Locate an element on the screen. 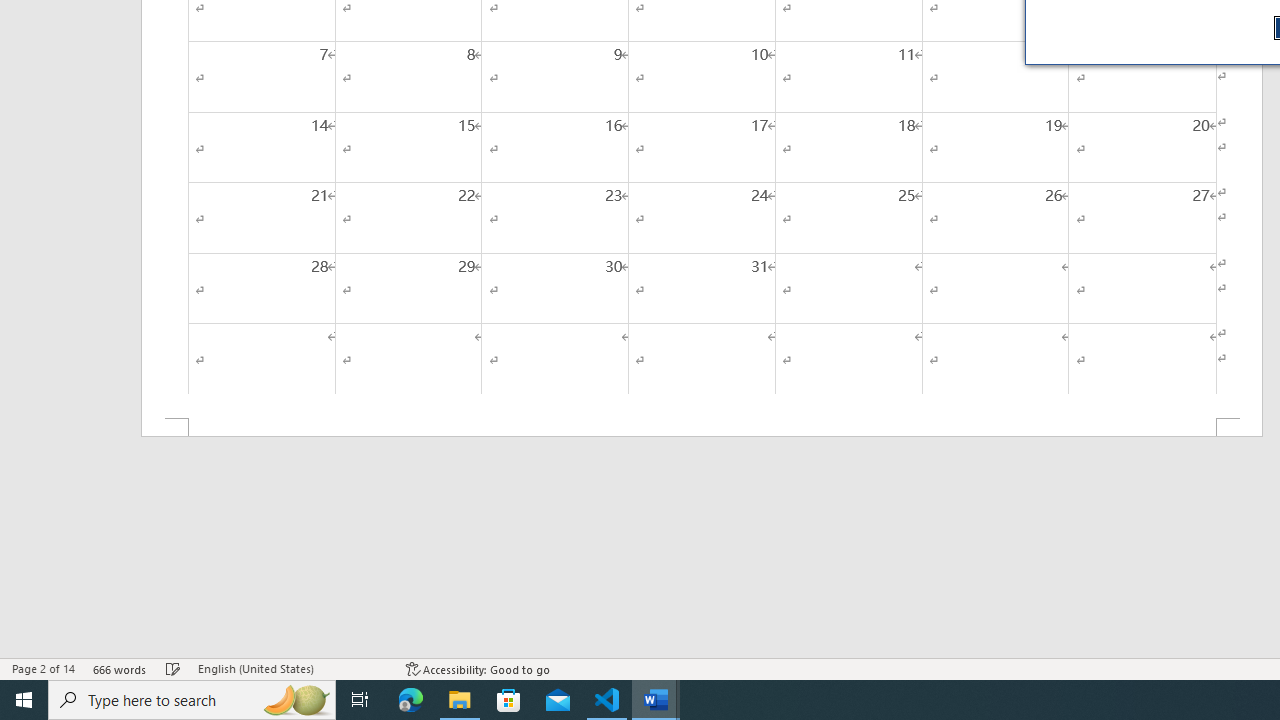 This screenshot has width=1280, height=720. 'Page Number Page 2 of 14' is located at coordinates (43, 669).